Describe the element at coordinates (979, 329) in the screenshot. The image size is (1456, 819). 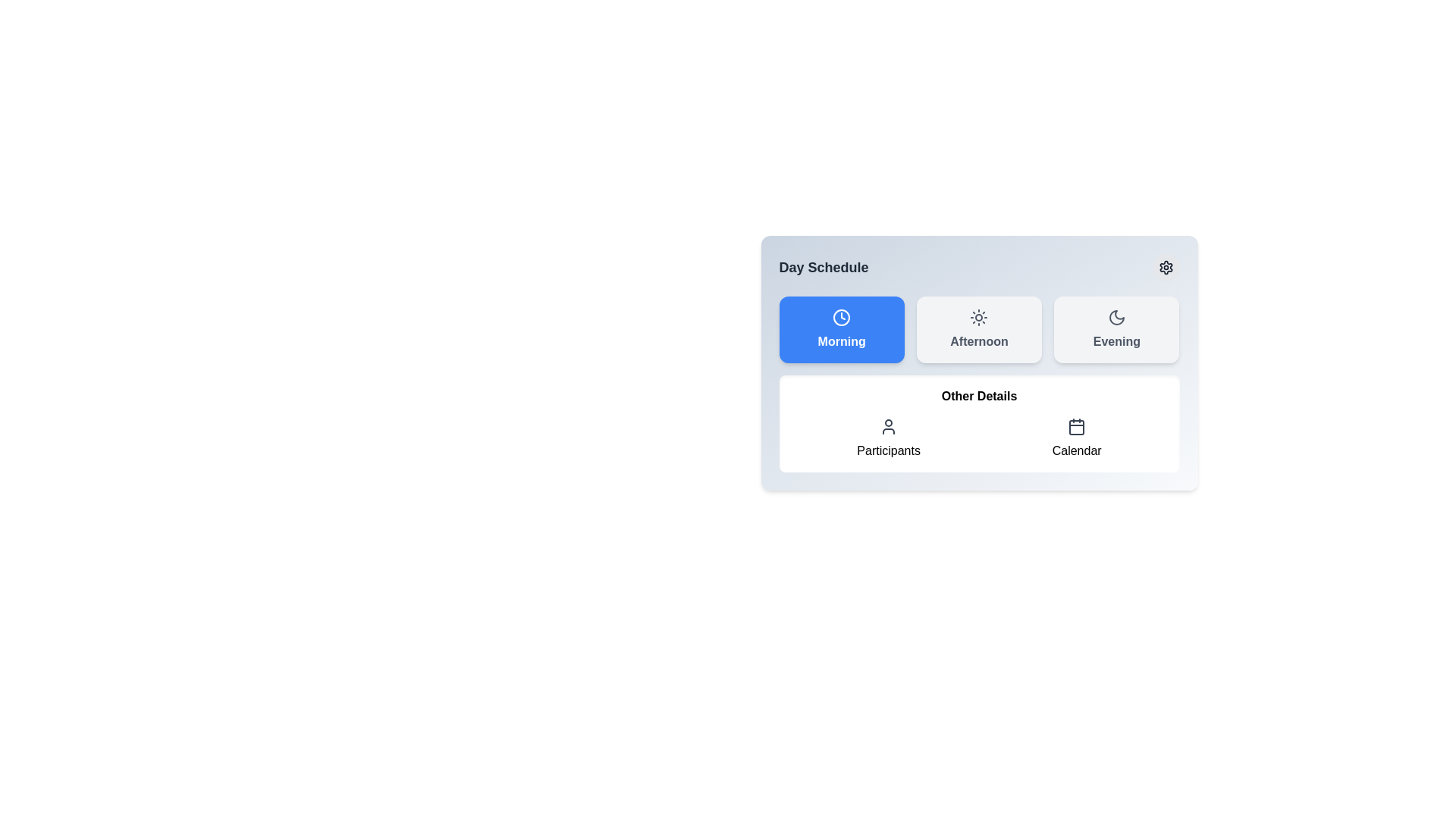
I see `the 'Afternoon' button, which is a rectangular button with a light gray background and a sun icon above the bold text 'Afternoon'` at that location.